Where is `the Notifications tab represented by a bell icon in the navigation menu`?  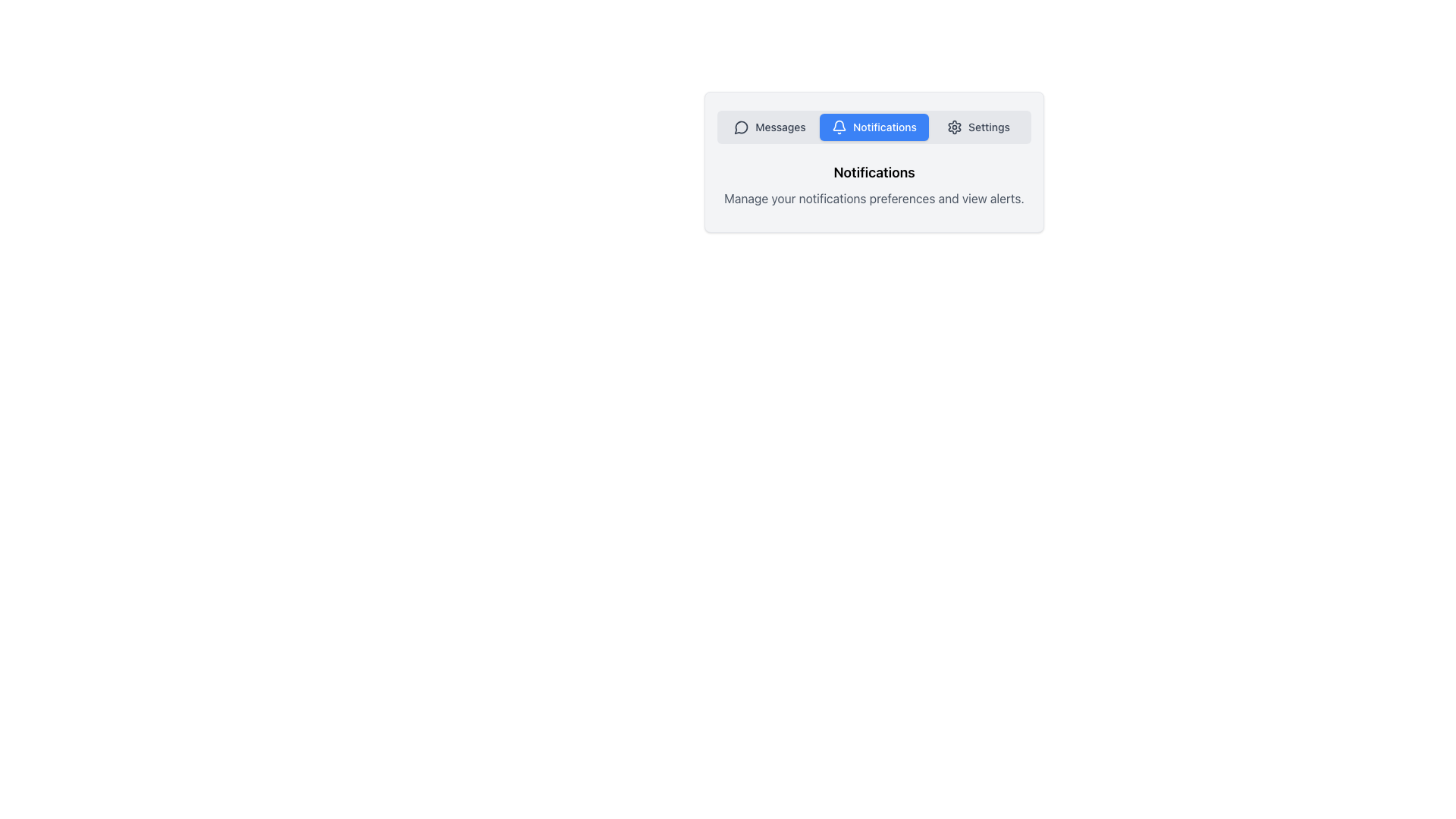 the Notifications tab represented by a bell icon in the navigation menu is located at coordinates (839, 124).